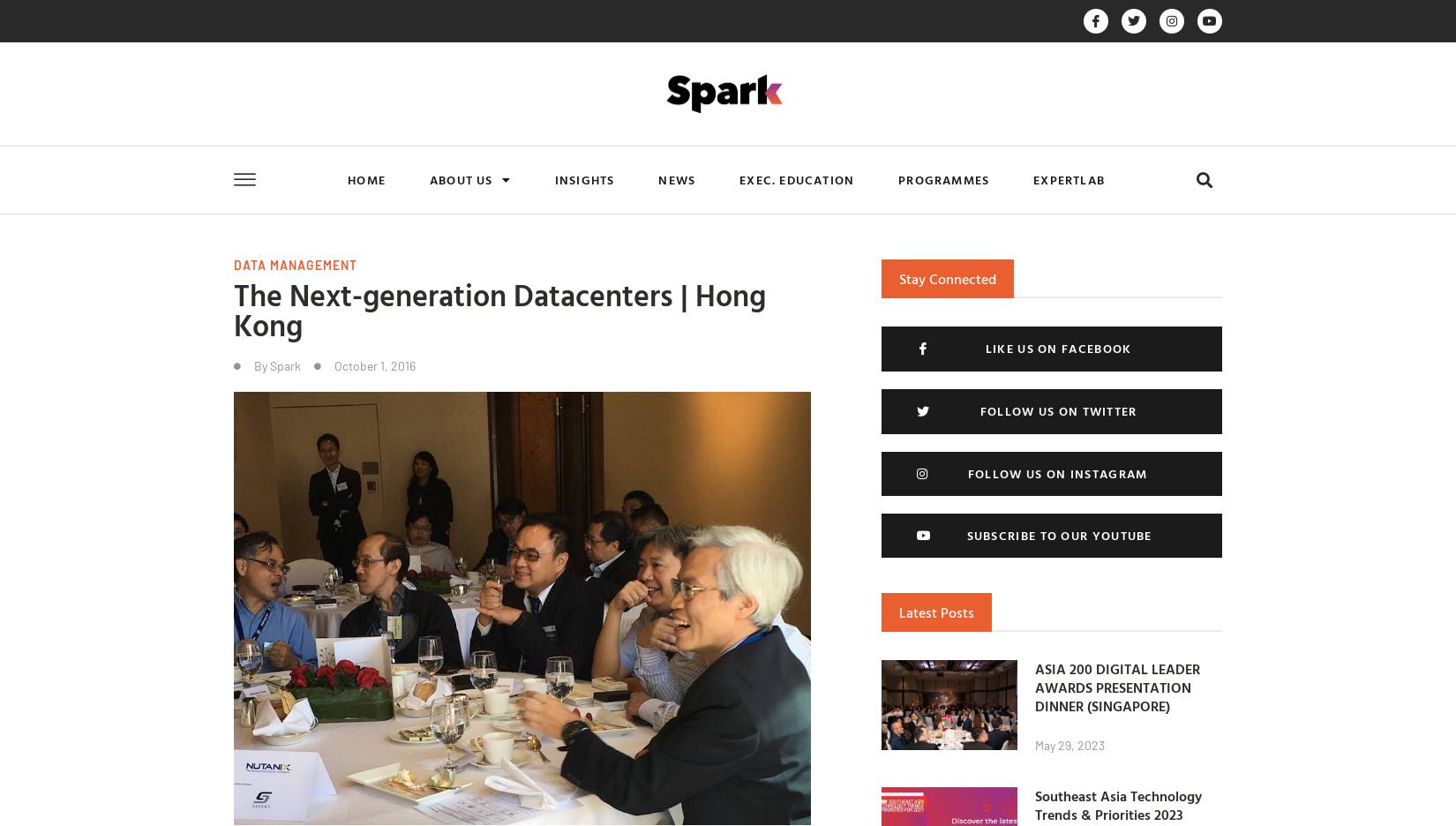 The image size is (1456, 826). Describe the element at coordinates (460, 179) in the screenshot. I see `'About Us'` at that location.